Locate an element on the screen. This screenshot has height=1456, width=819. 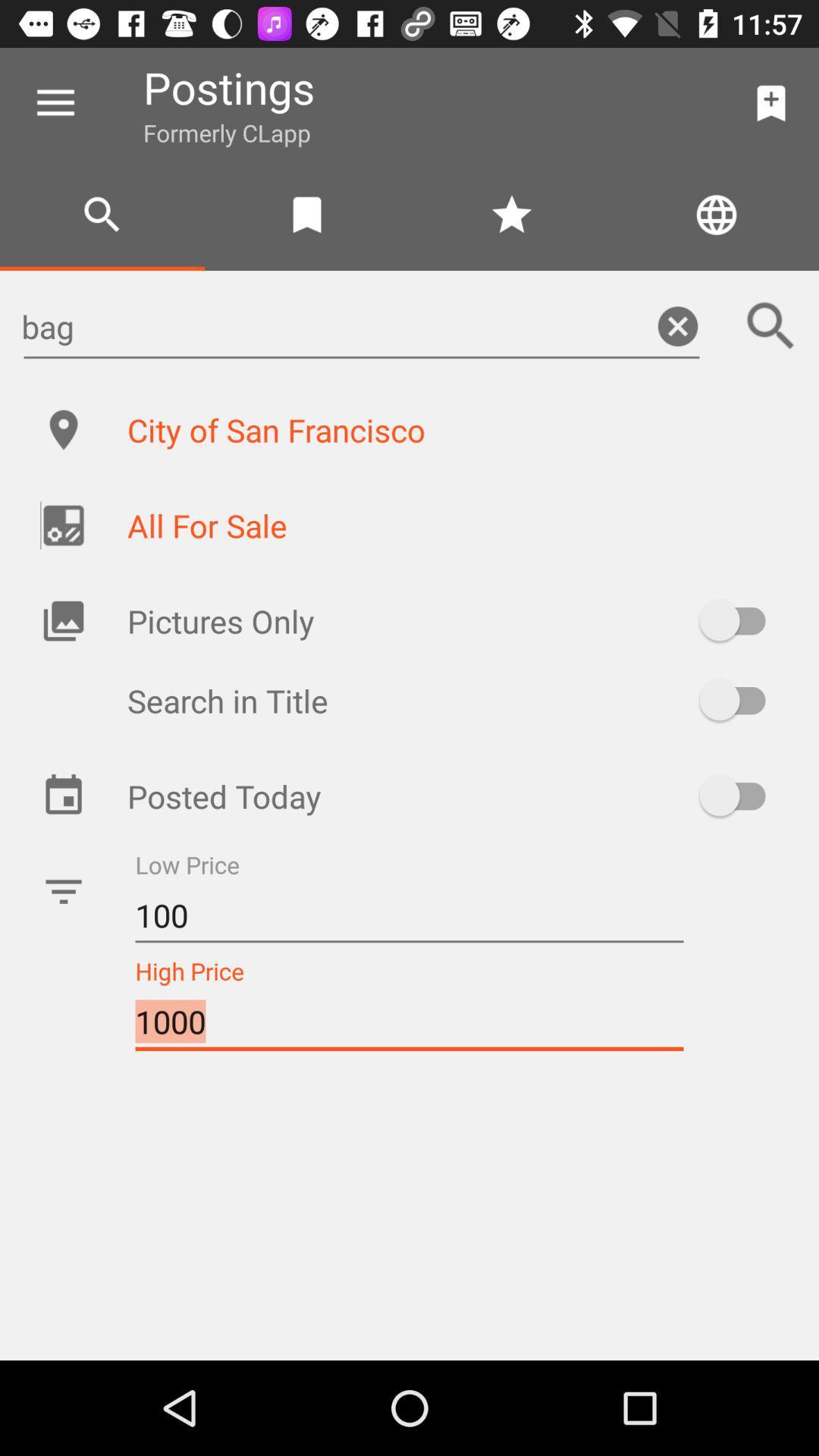
the city of san item is located at coordinates (456, 428).